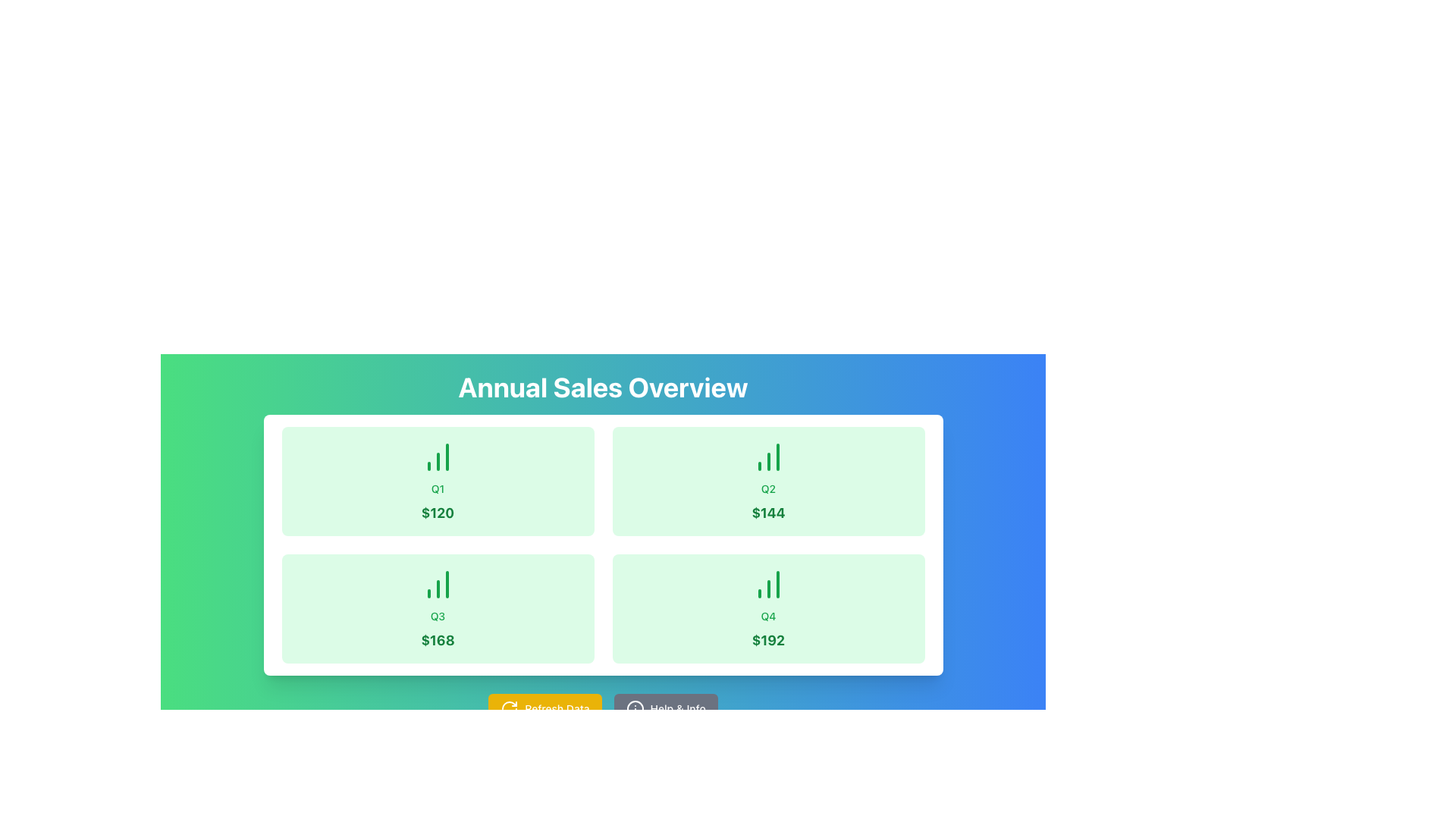 This screenshot has height=819, width=1456. Describe the element at coordinates (437, 617) in the screenshot. I see `the static text label displaying 'Q3', which is styled in small-sized, medium-weight green font and located in the second card of the lower row in a grid layout` at that location.